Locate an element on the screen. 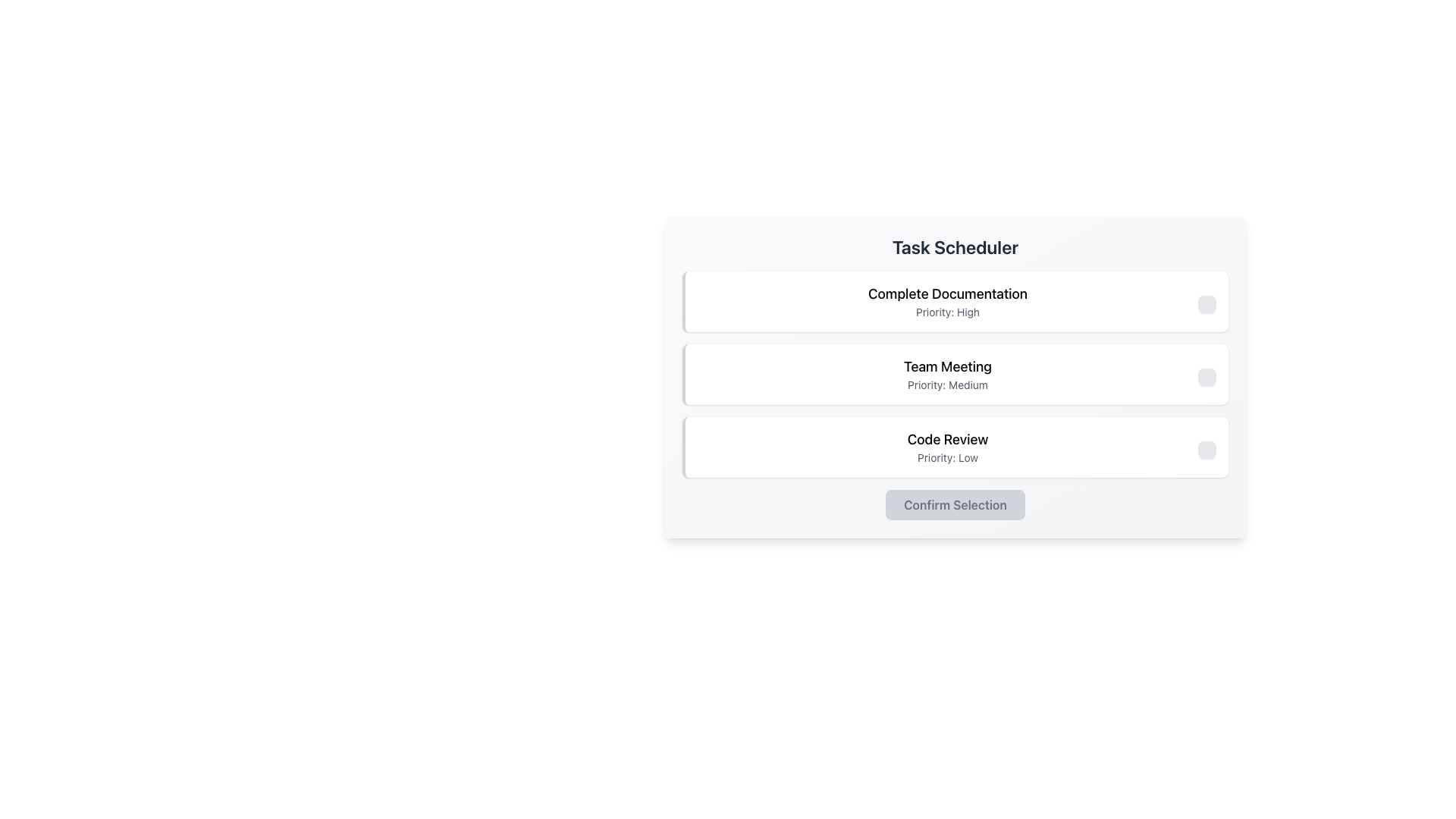 This screenshot has width=1456, height=819. the 'Team Meeting' informational text block, which features a large, bold title and a smaller gray subtitle, located as the second item in a vertical list under 'Task Scheduler.' is located at coordinates (946, 374).